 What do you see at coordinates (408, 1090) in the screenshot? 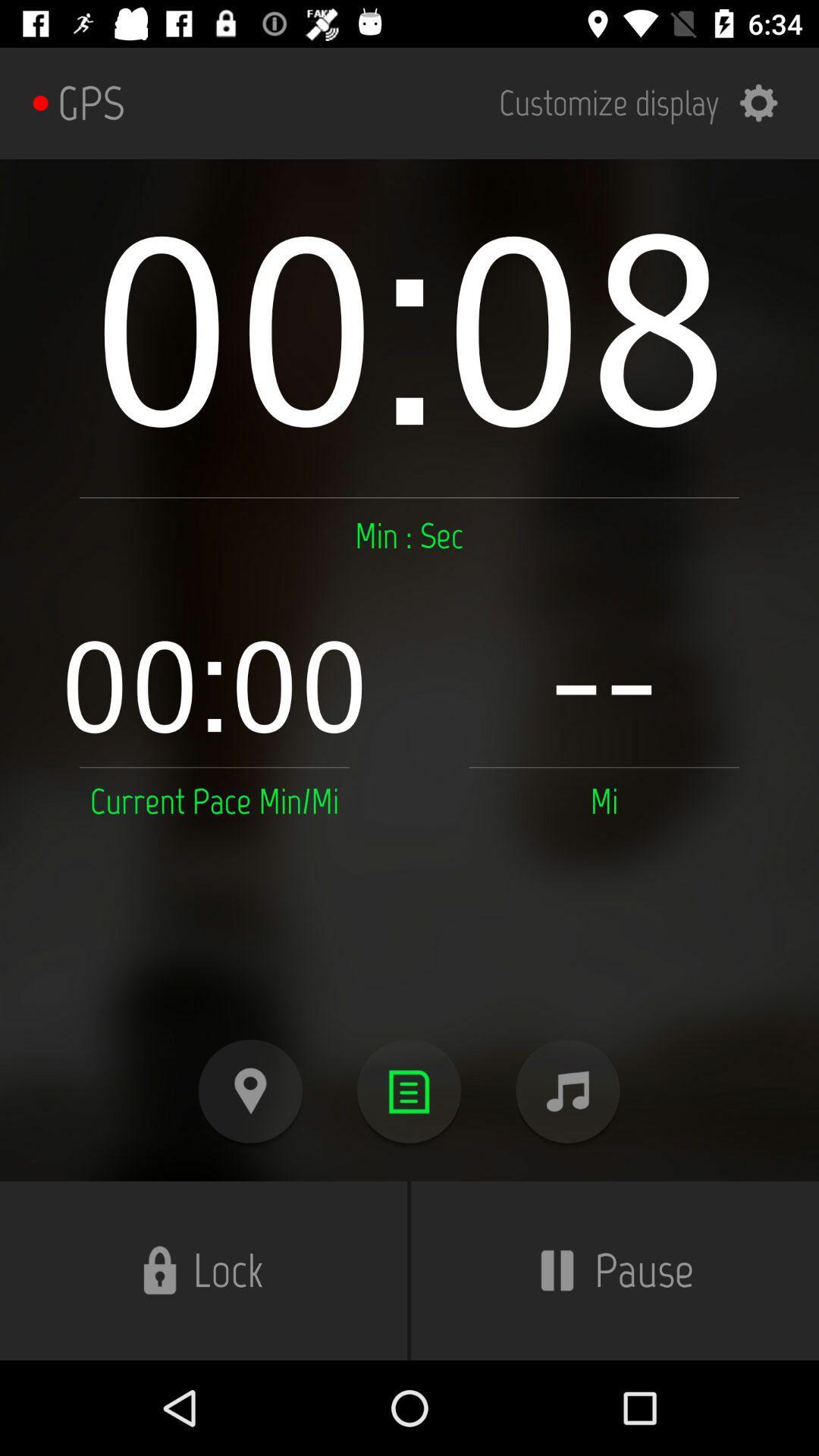
I see `the description icon` at bounding box center [408, 1090].